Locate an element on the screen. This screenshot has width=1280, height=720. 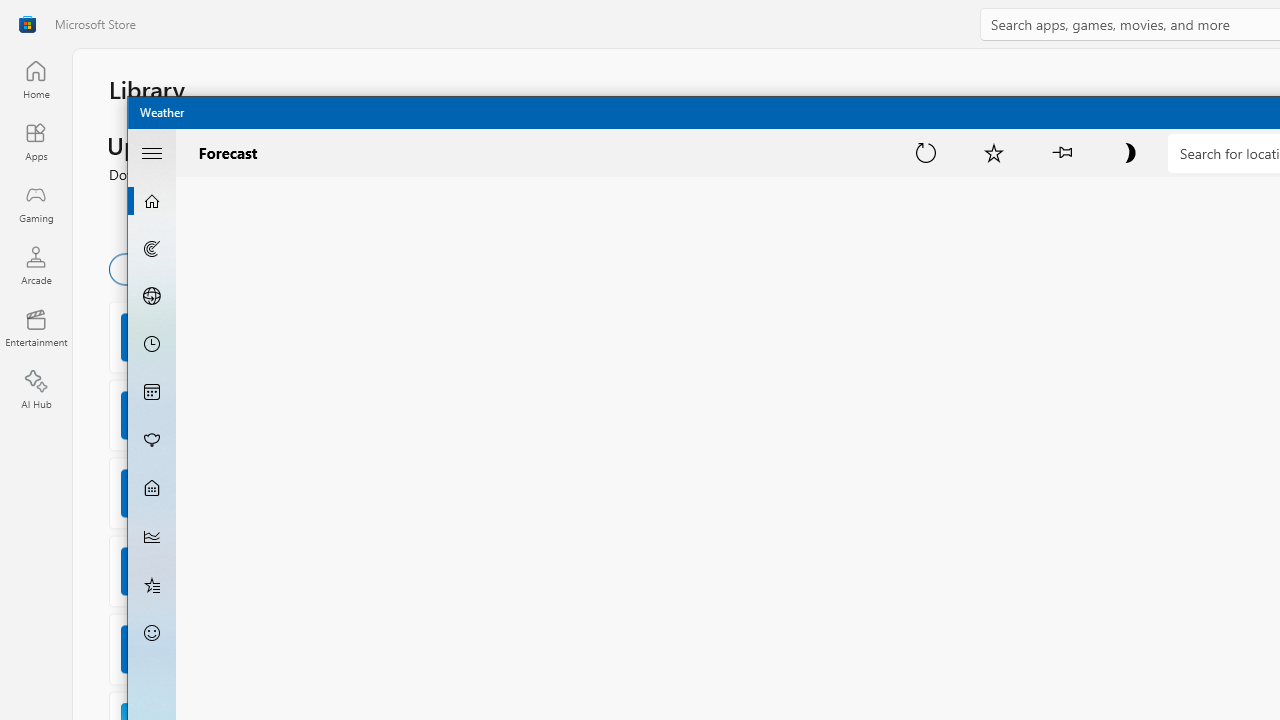
'Gaming' is located at coordinates (35, 203).